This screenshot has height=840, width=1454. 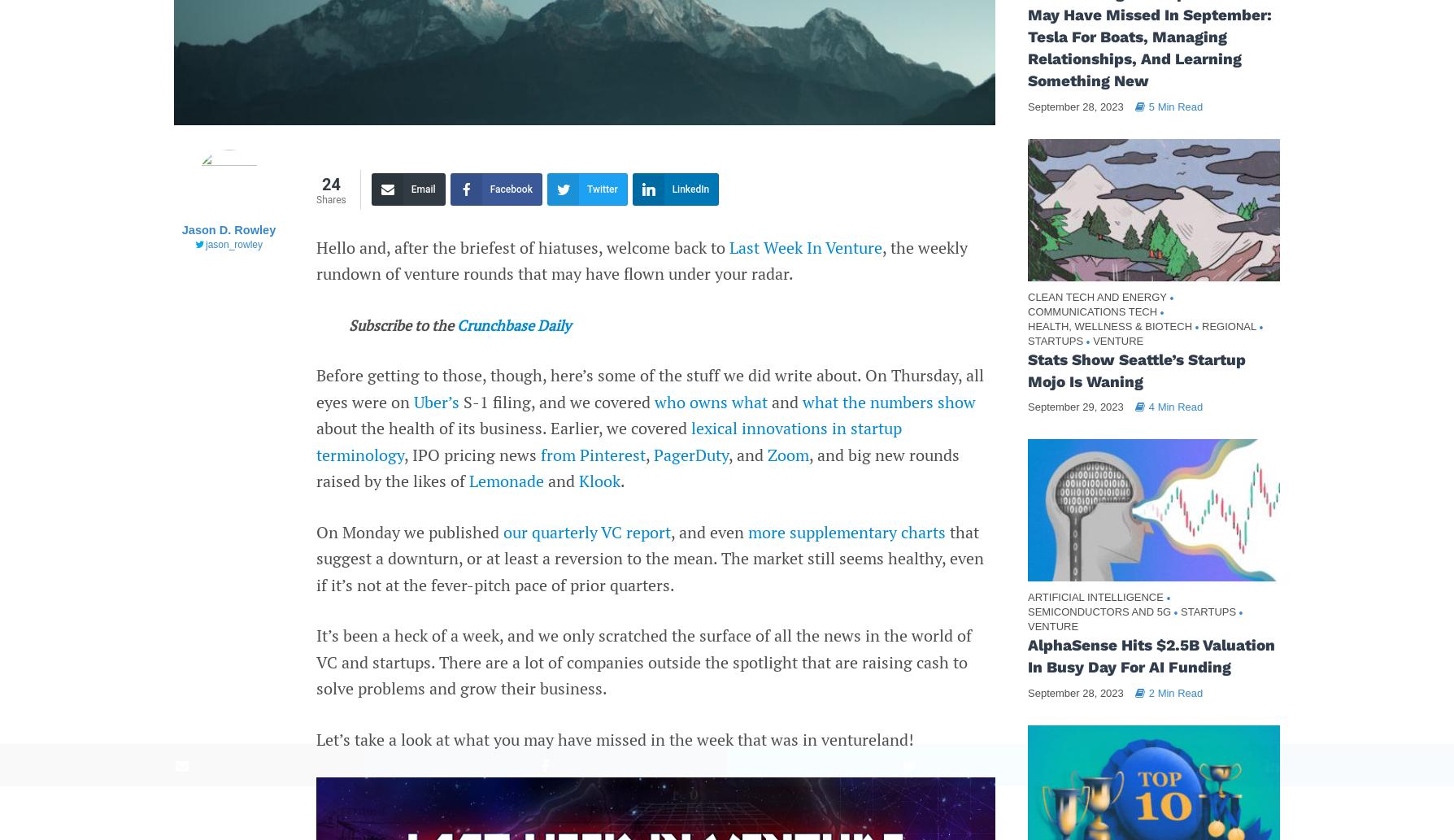 I want to click on 'from Pinterest', so click(x=592, y=453).